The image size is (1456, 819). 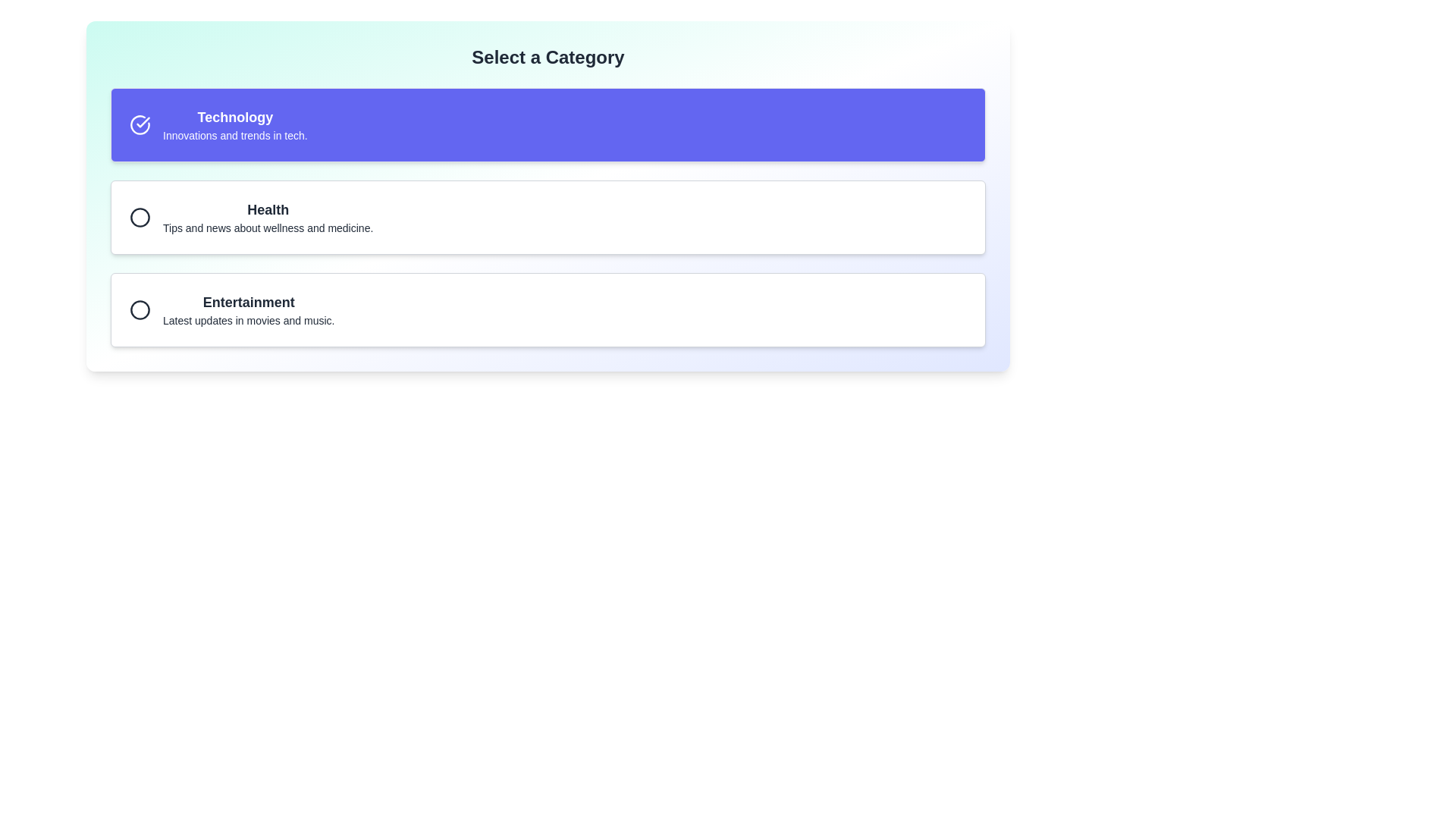 I want to click on the stylized circular icon that is hollow with a distinct border, located to the left of the 'Health' text title, which is the second item in the list of categories, so click(x=140, y=217).